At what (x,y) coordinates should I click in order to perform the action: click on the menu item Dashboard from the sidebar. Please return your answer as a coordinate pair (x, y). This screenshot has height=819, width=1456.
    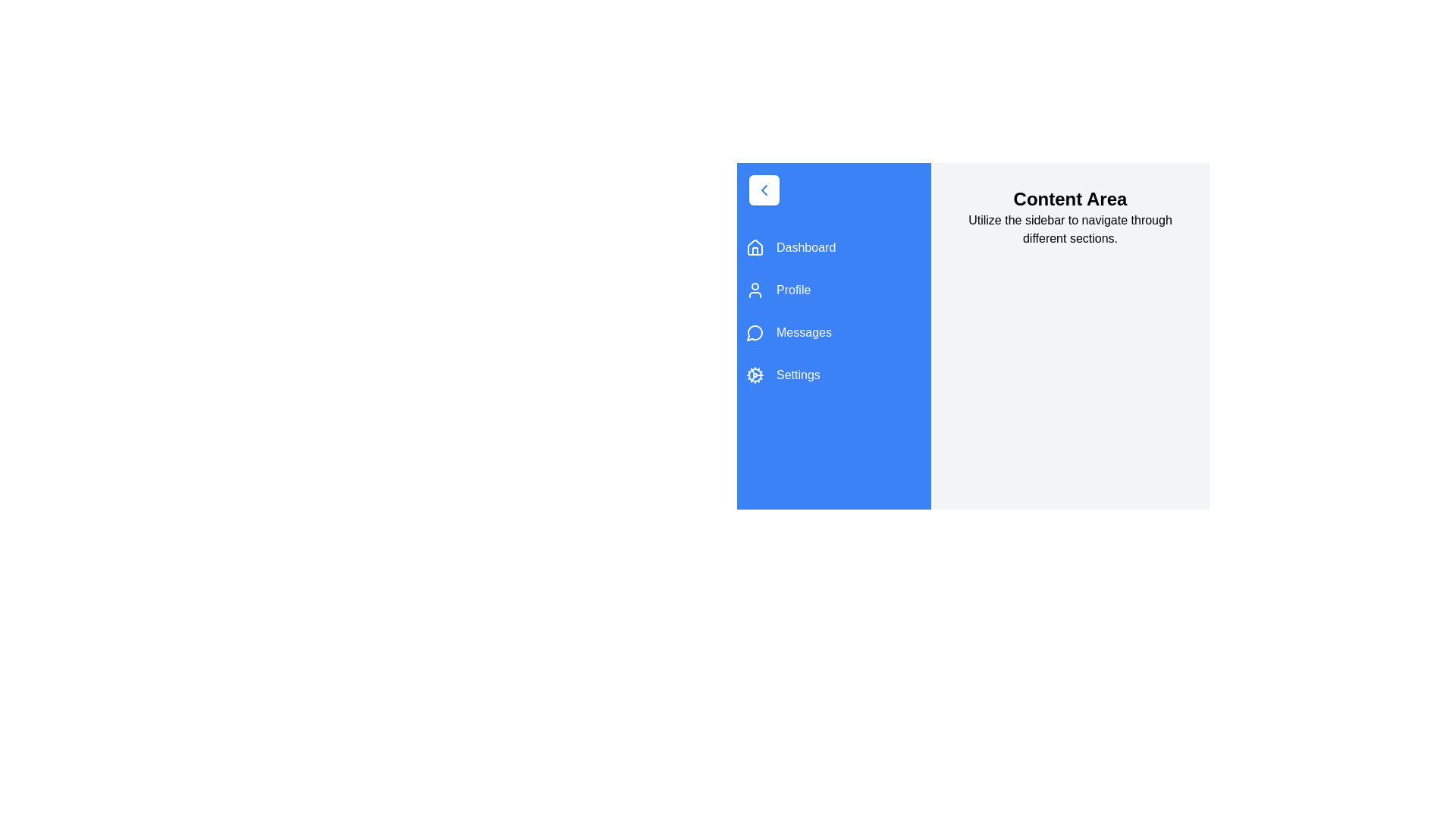
    Looking at the image, I should click on (833, 247).